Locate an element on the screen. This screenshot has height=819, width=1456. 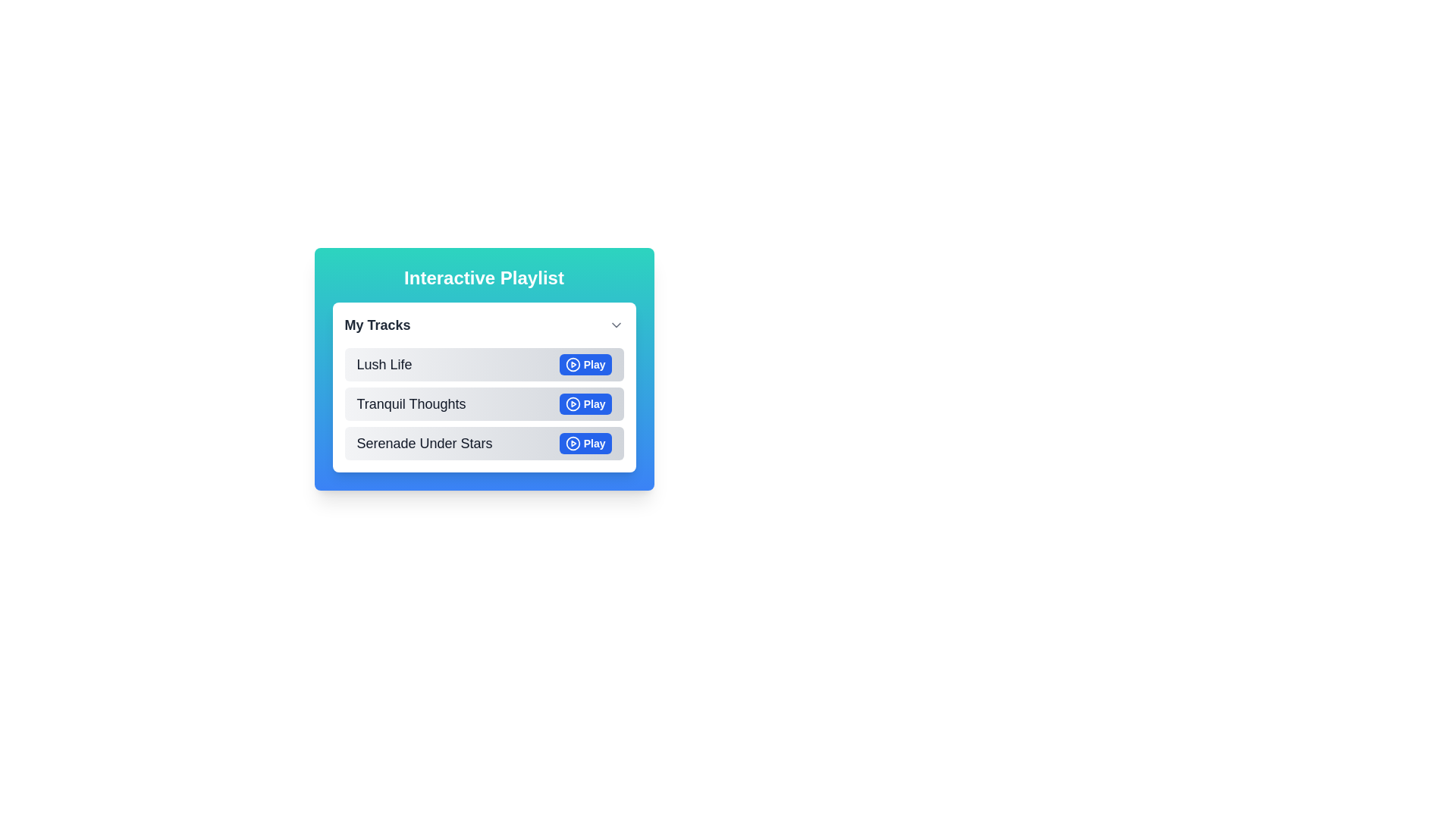
the Play button icon located in the second row of the list of tracks titled 'Tranquil Thoughts' to play the track is located at coordinates (572, 403).